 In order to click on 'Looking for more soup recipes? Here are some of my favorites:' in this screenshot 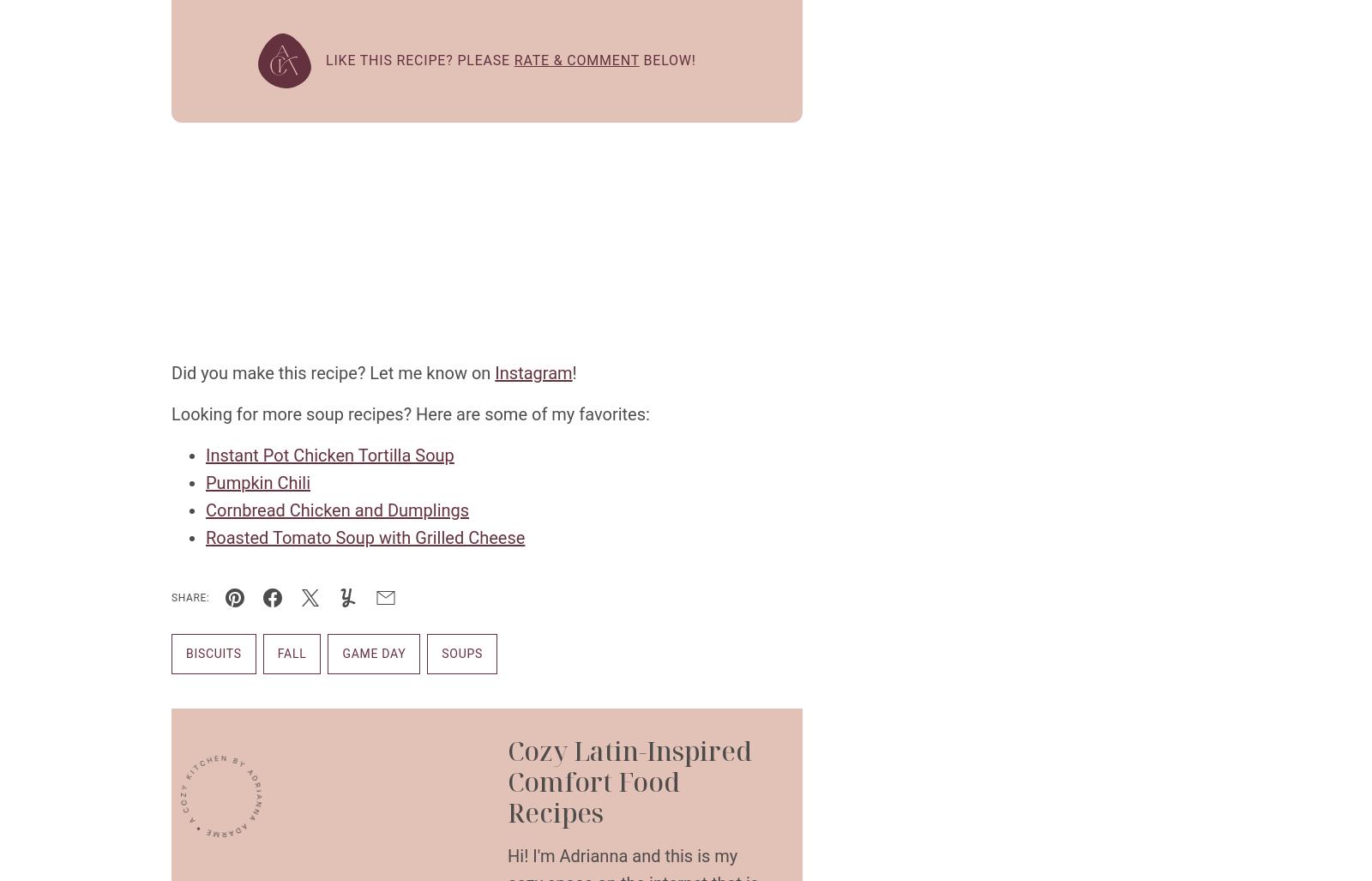, I will do `click(409, 413)`.